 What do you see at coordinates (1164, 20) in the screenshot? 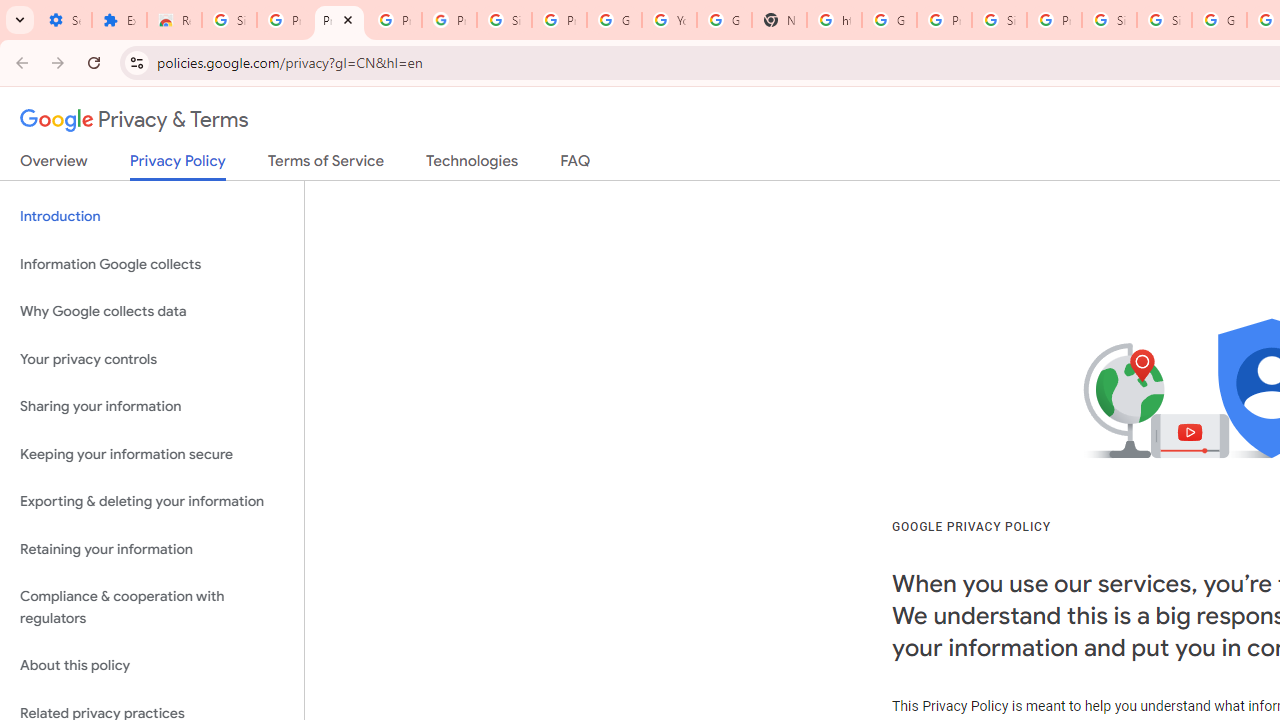
I see `'Sign in - Google Accounts'` at bounding box center [1164, 20].